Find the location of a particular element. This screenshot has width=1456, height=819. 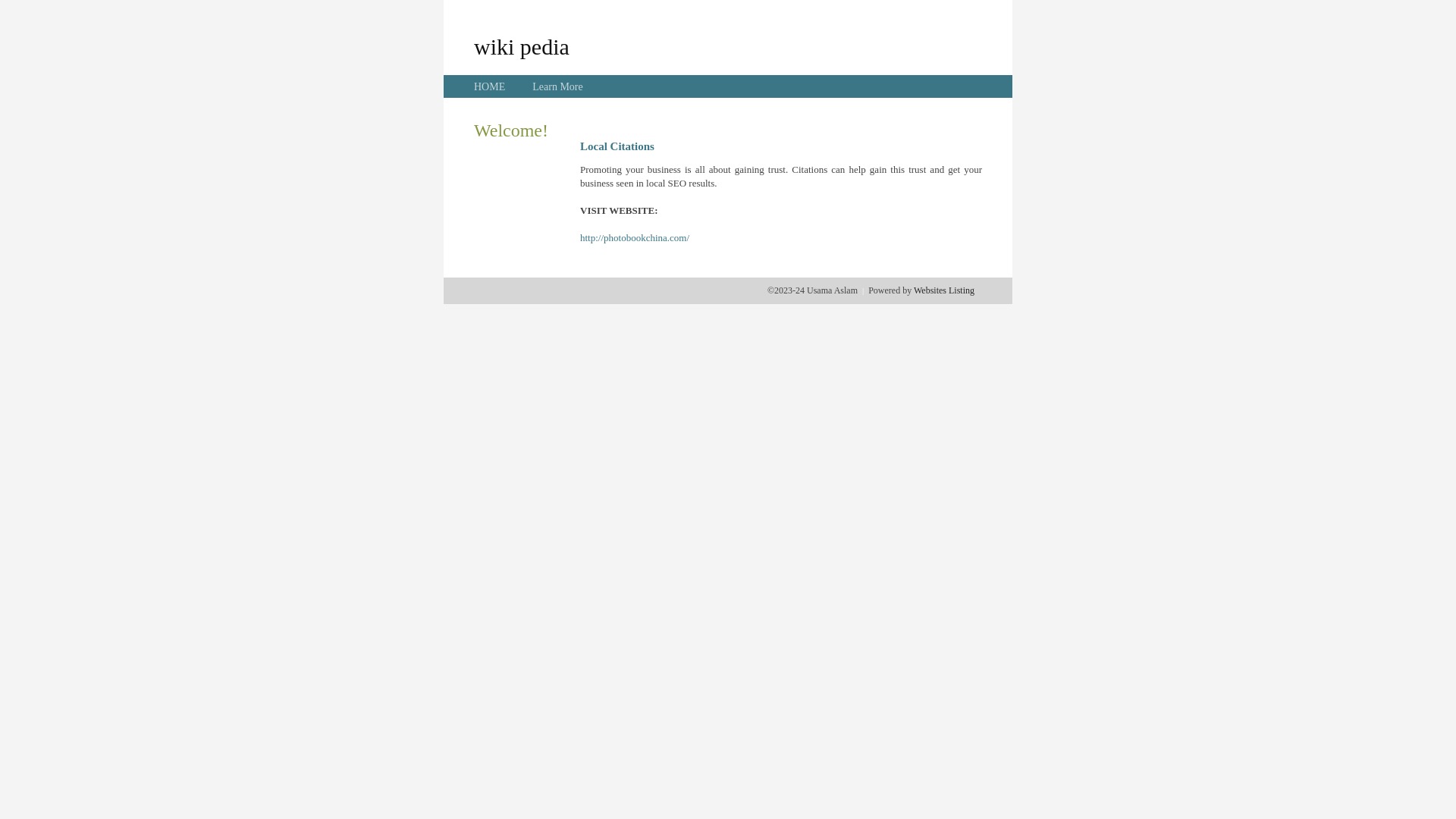

'http://photobookchina.com/' is located at coordinates (634, 237).